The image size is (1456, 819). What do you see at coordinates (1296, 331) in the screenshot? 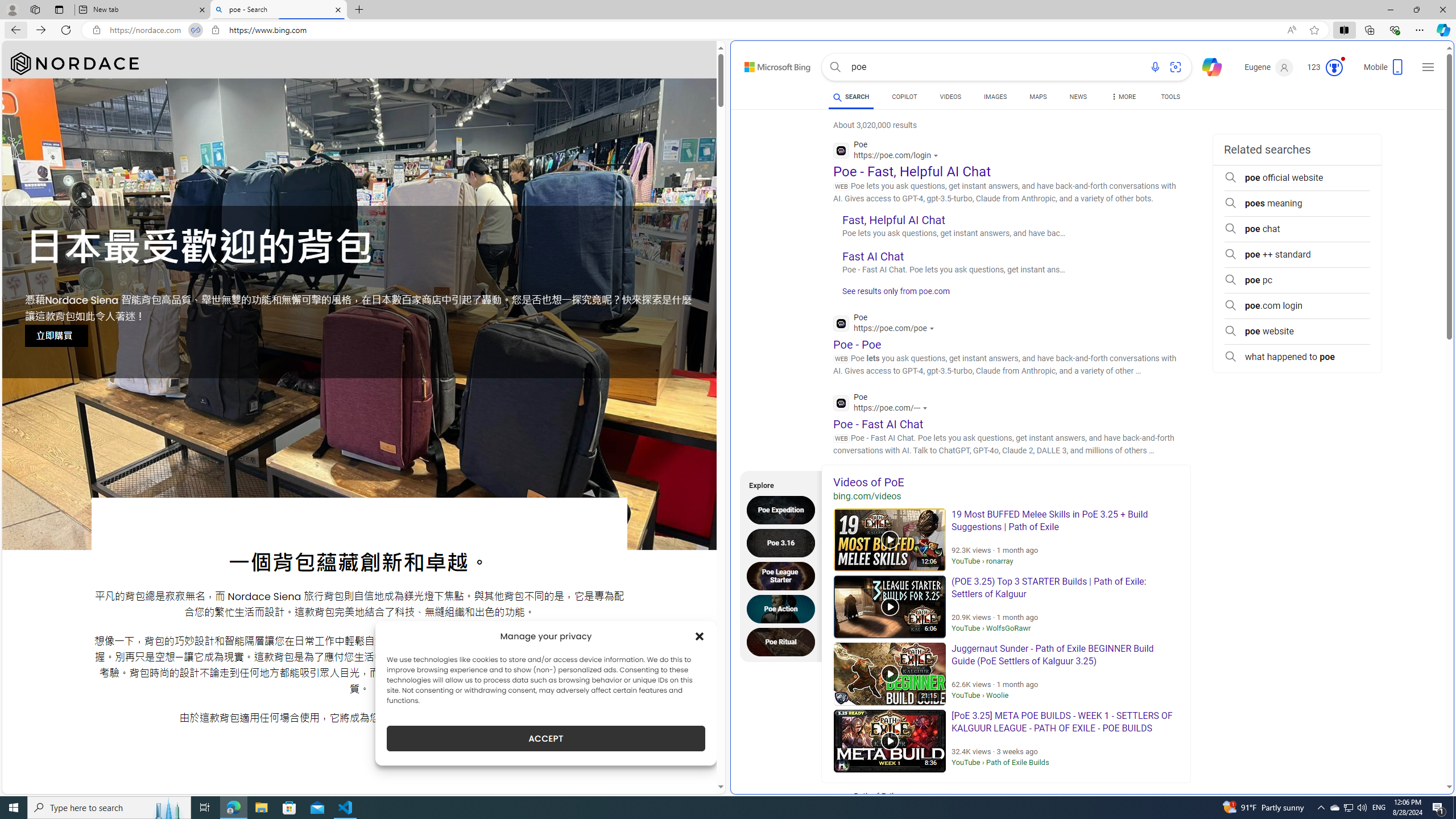
I see `'poe website'` at bounding box center [1296, 331].